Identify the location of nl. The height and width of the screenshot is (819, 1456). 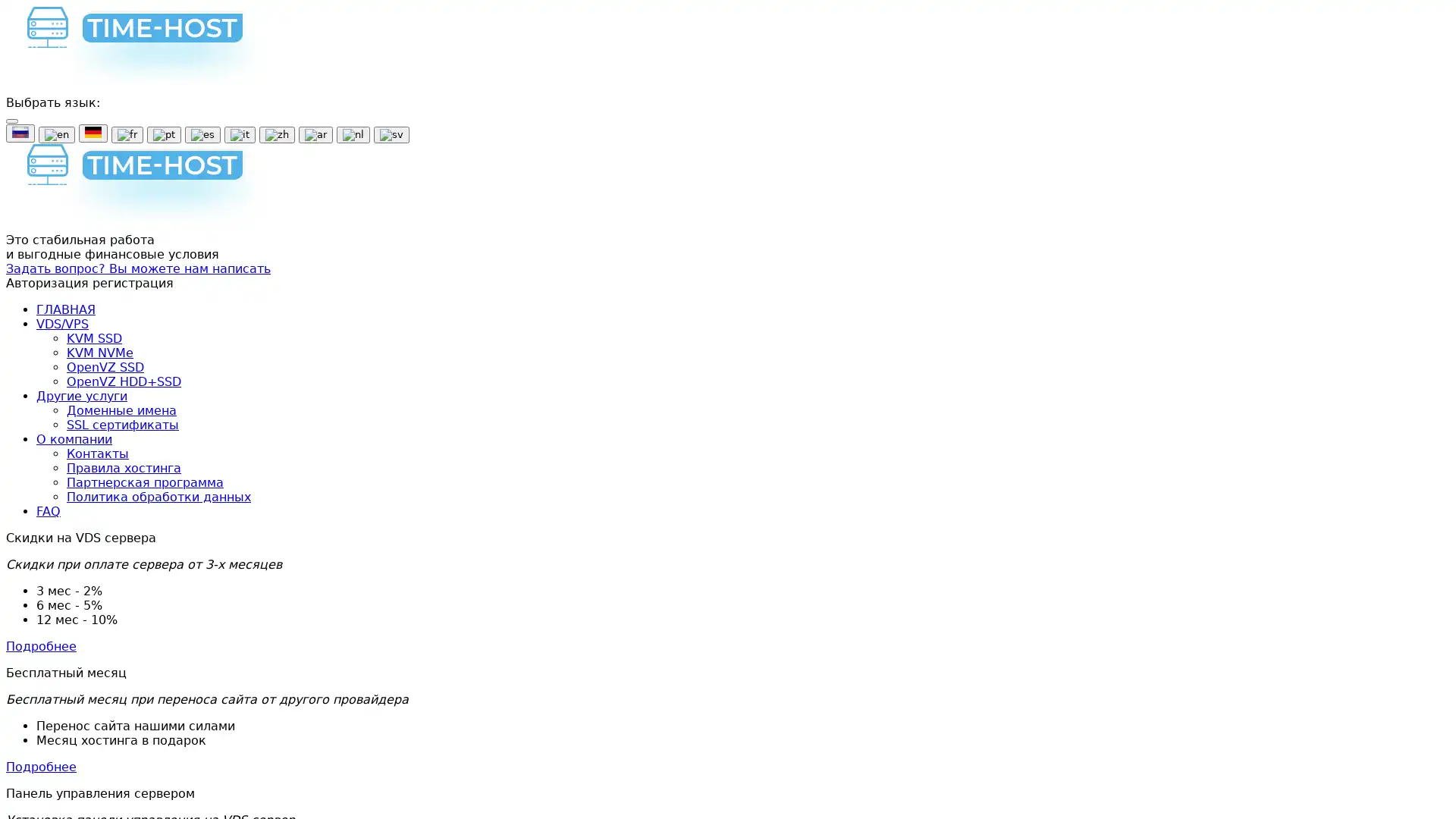
(352, 133).